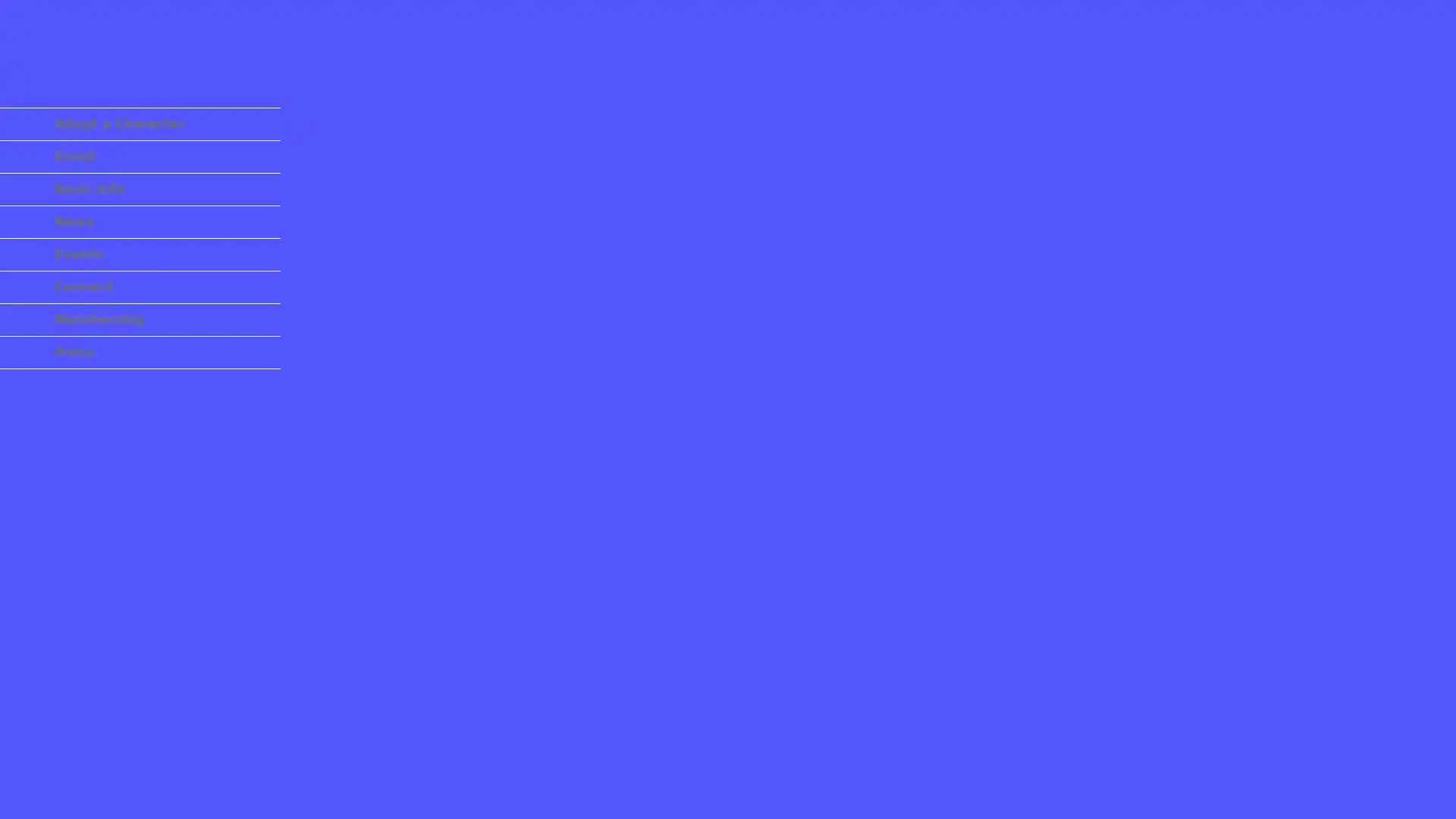 This screenshot has height=819, width=1456. I want to click on U+09AF, so click(333, 531).